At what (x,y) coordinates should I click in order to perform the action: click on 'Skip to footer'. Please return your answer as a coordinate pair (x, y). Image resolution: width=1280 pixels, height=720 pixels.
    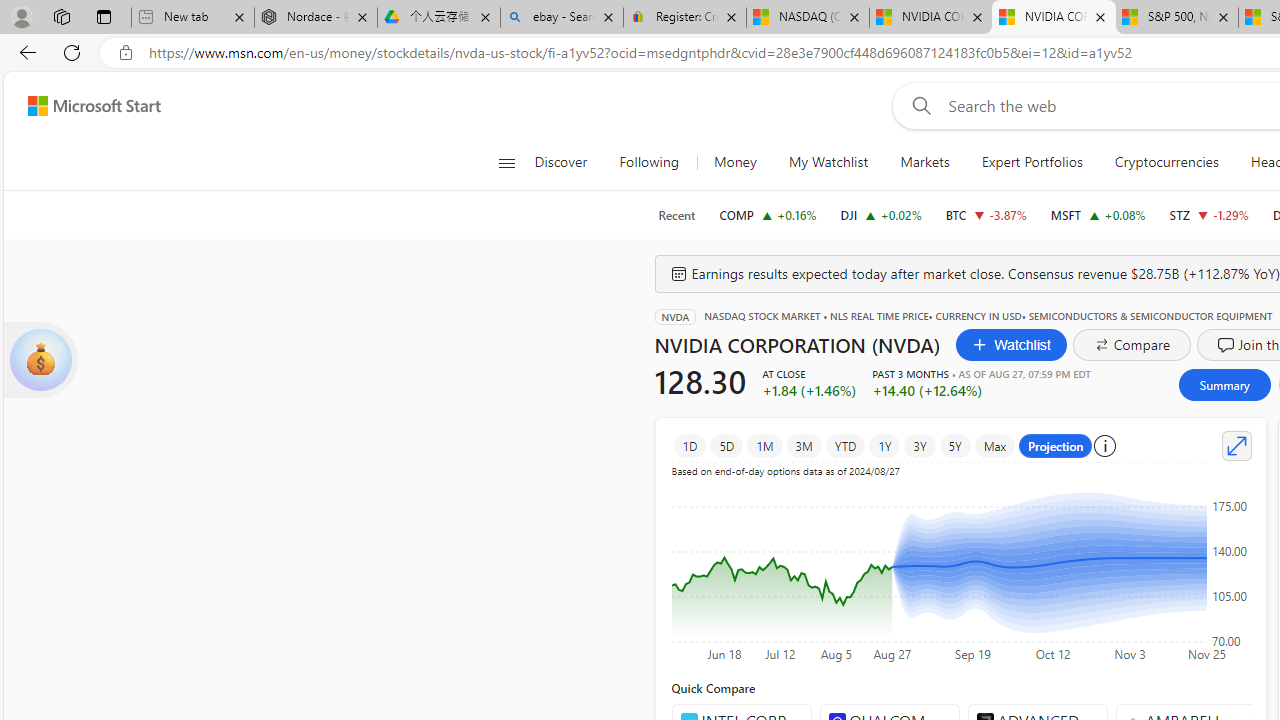
    Looking at the image, I should click on (81, 105).